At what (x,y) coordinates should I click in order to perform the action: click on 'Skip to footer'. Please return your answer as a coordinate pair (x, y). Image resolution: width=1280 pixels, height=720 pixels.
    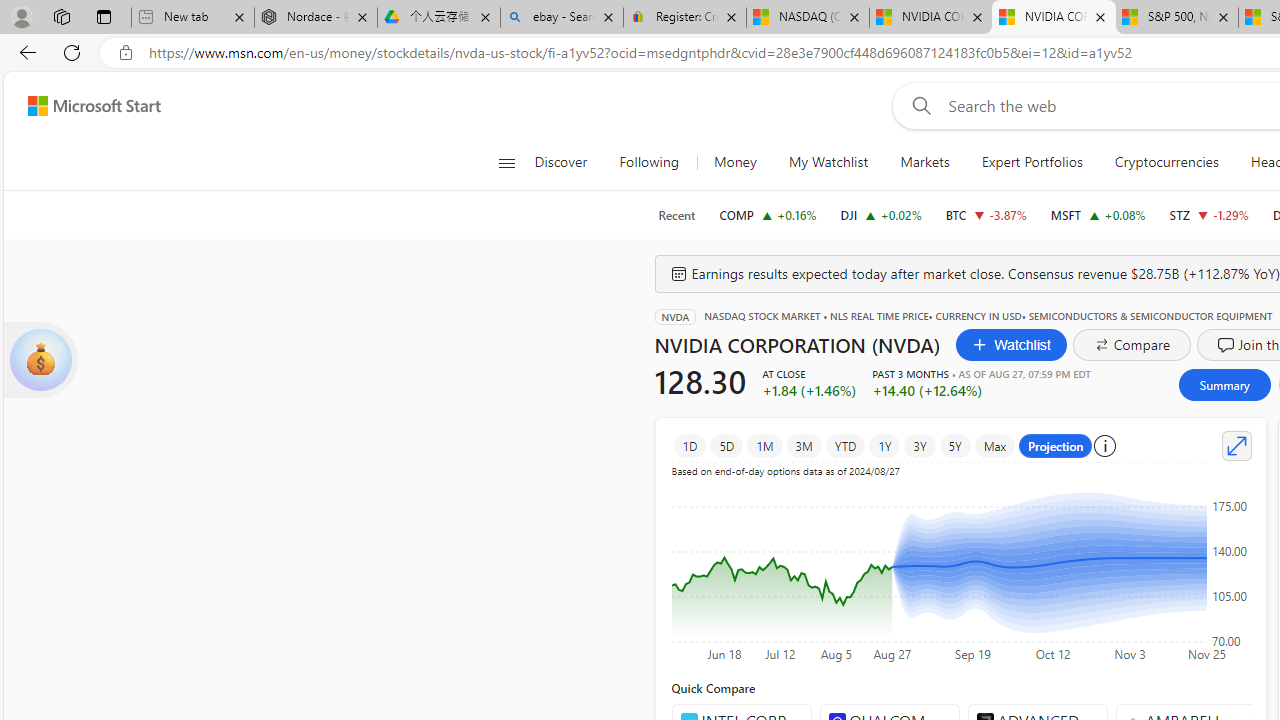
    Looking at the image, I should click on (81, 105).